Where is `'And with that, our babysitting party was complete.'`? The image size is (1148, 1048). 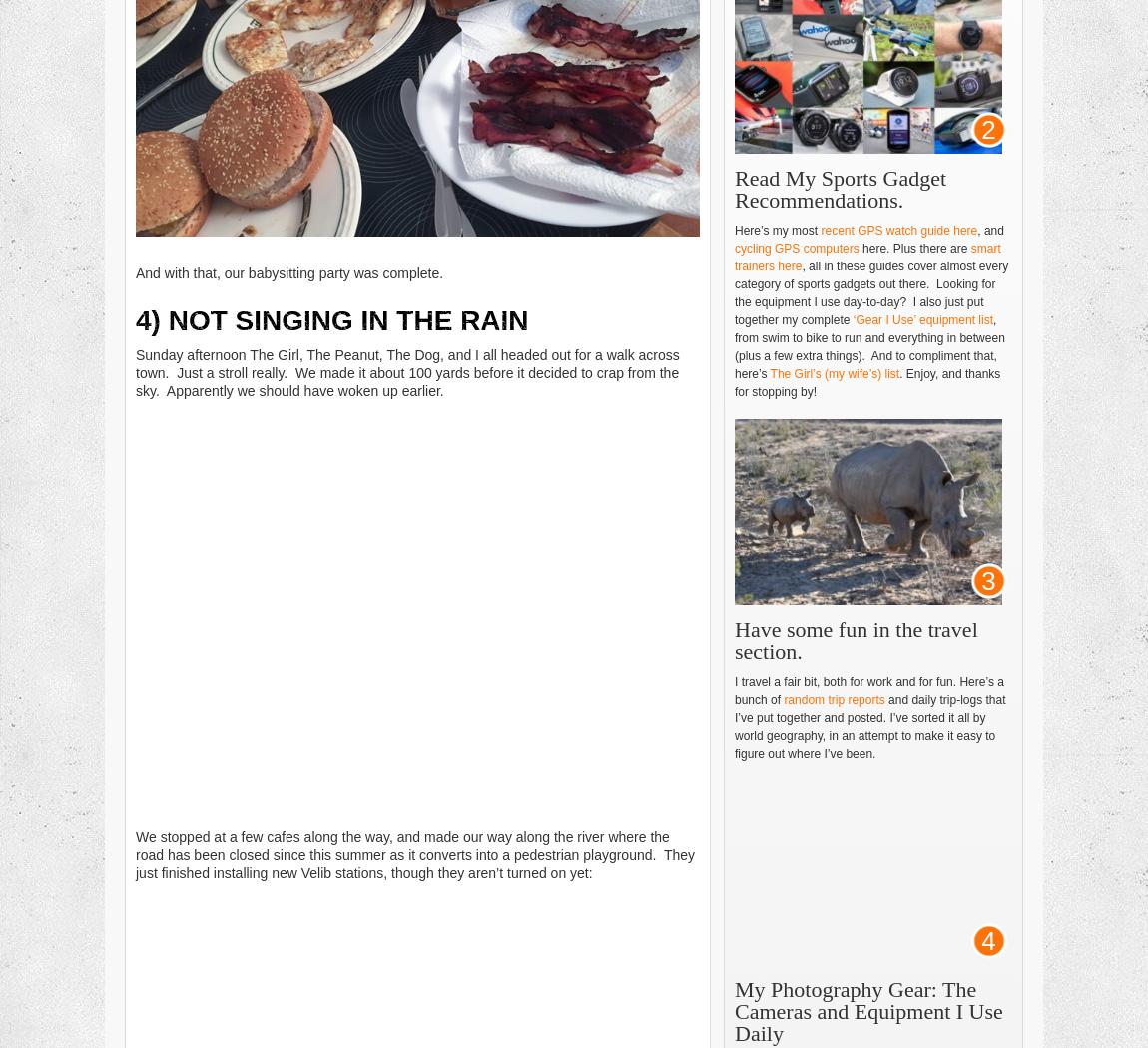
'And with that, our babysitting party was complete.' is located at coordinates (289, 271).